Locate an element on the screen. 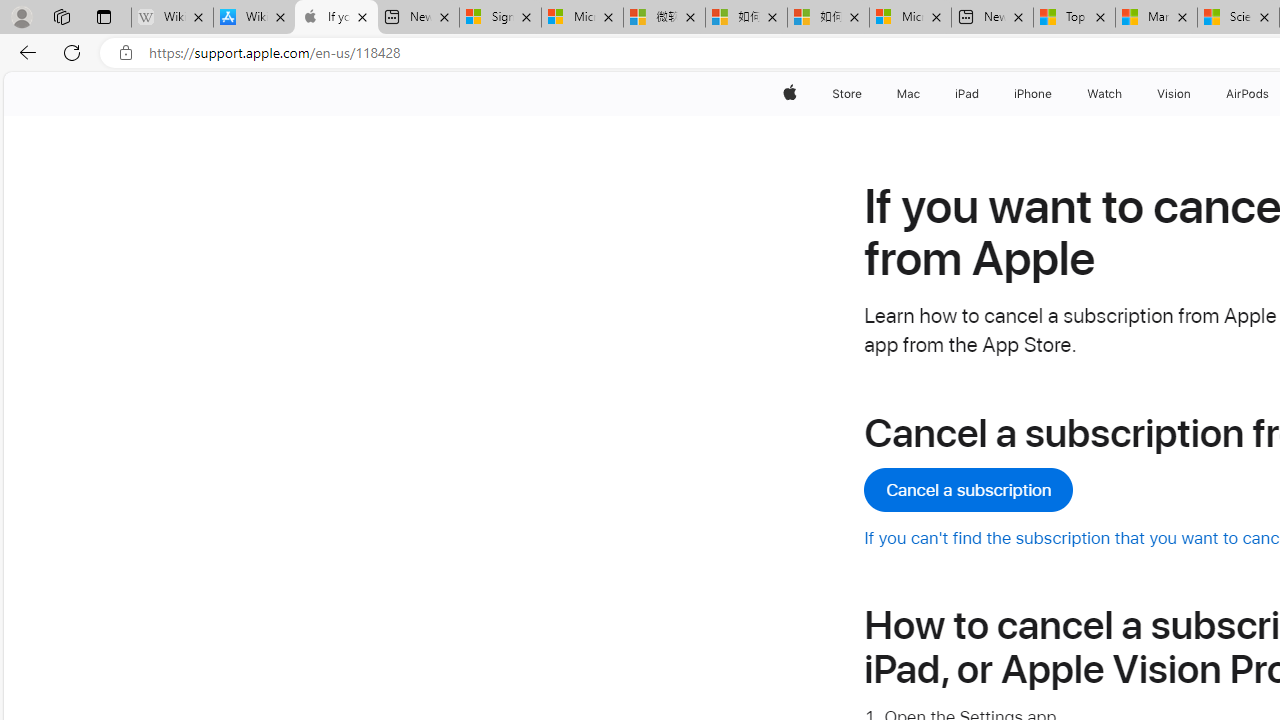  'Apple' is located at coordinates (788, 93).